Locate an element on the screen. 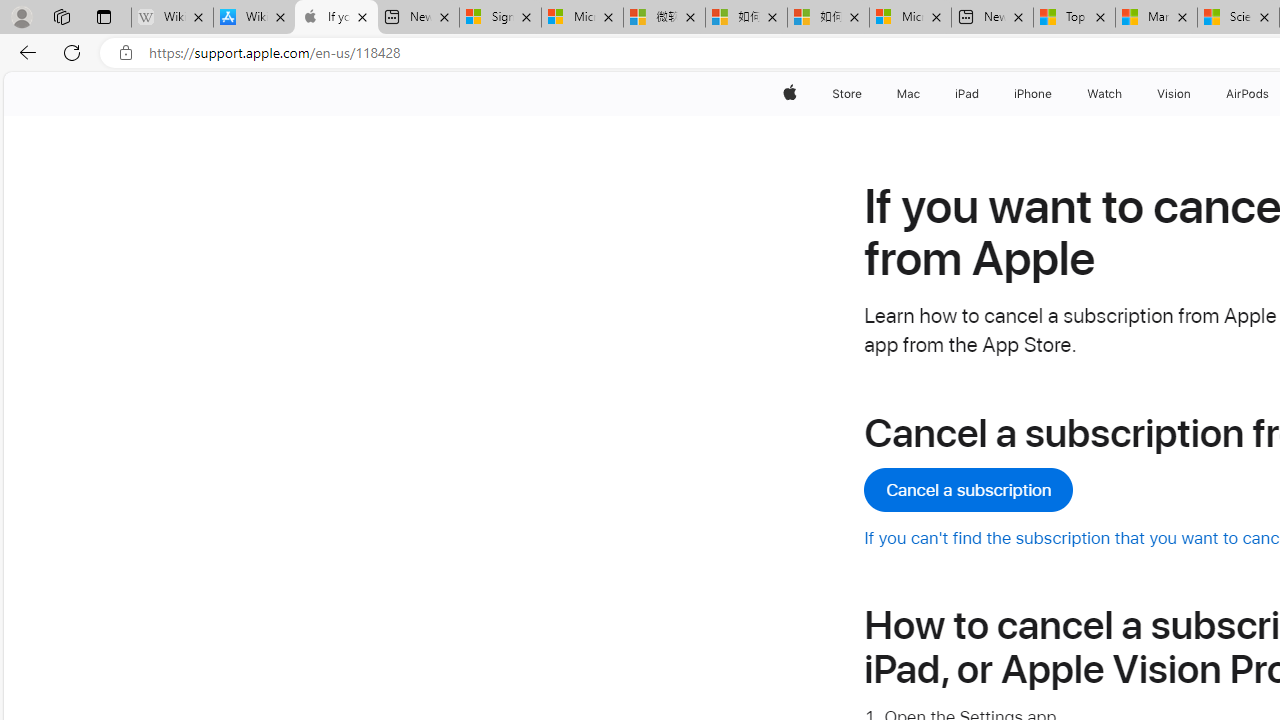  'Apple' is located at coordinates (788, 93).